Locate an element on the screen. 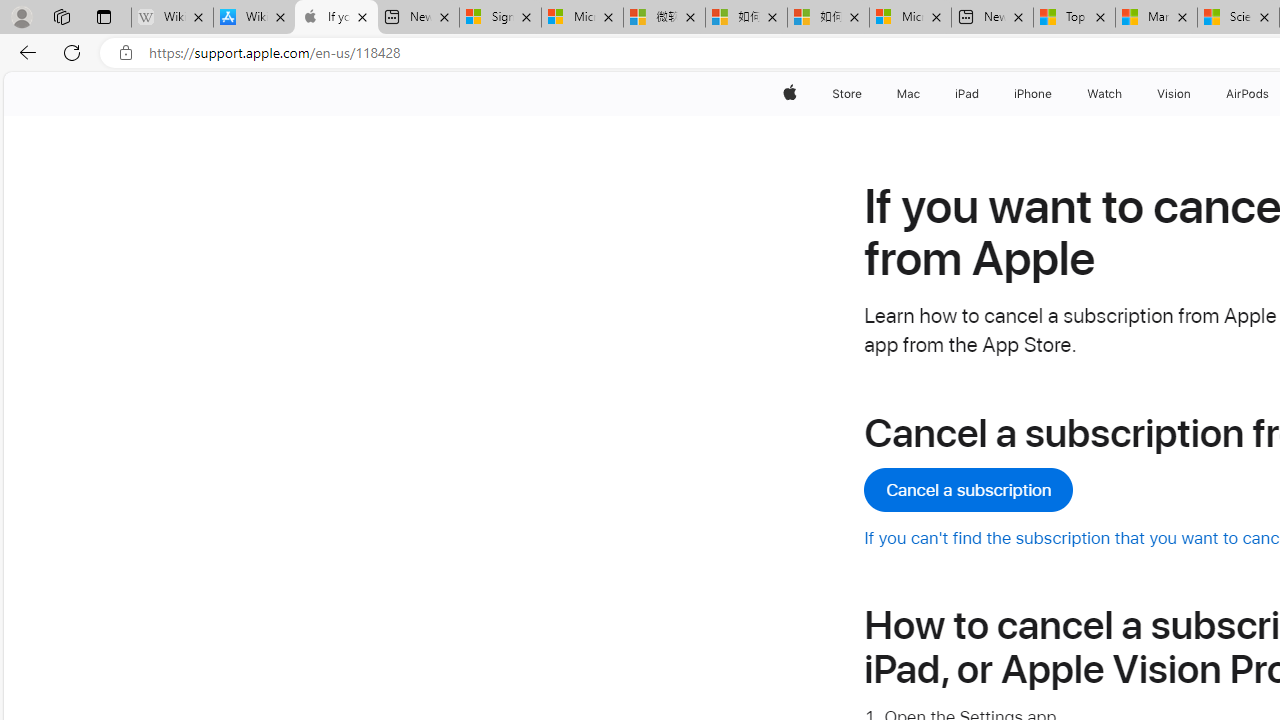  'Apple' is located at coordinates (788, 93).